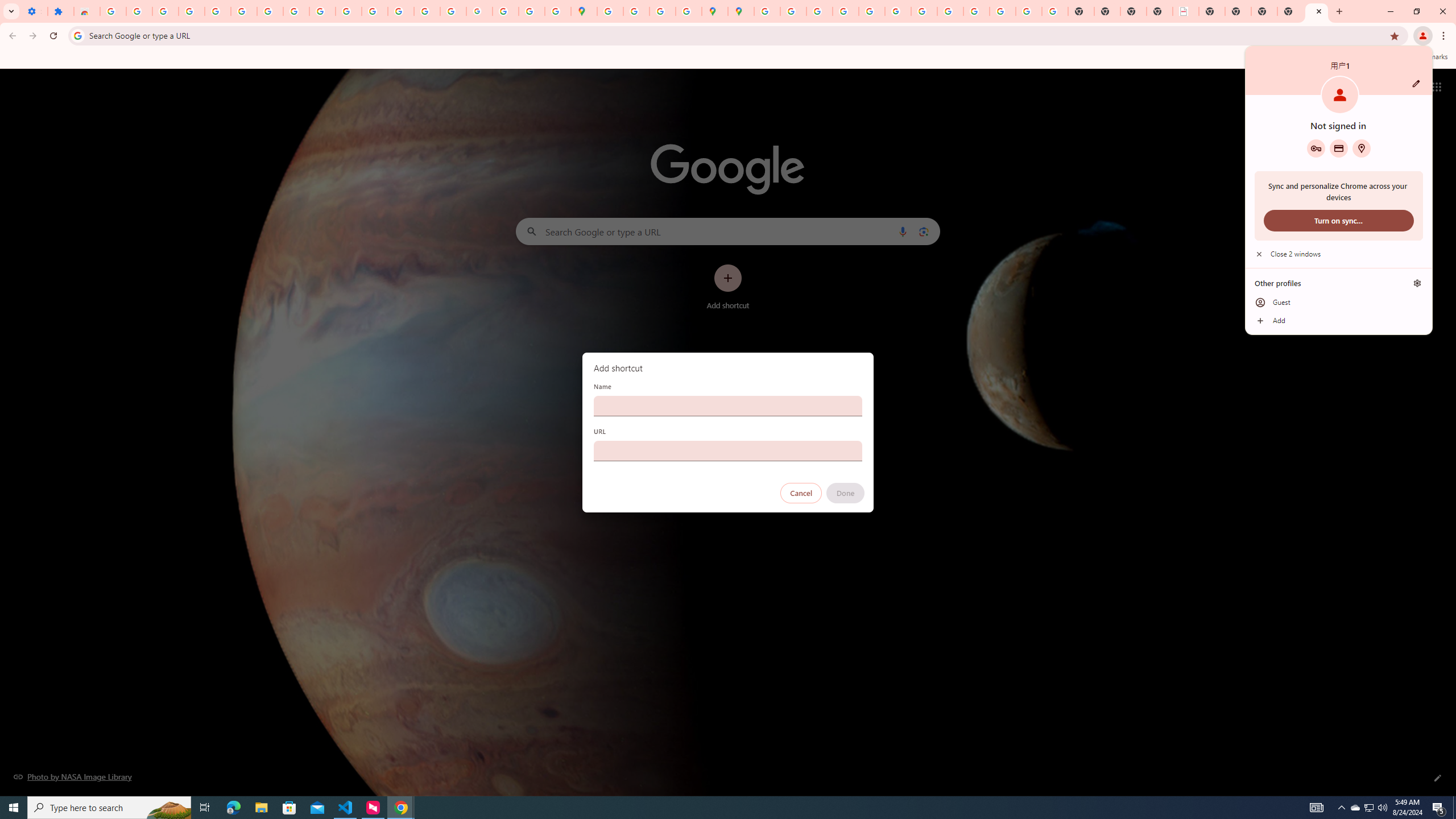 The height and width of the screenshot is (819, 1456). I want to click on 'Google Maps', so click(584, 11).